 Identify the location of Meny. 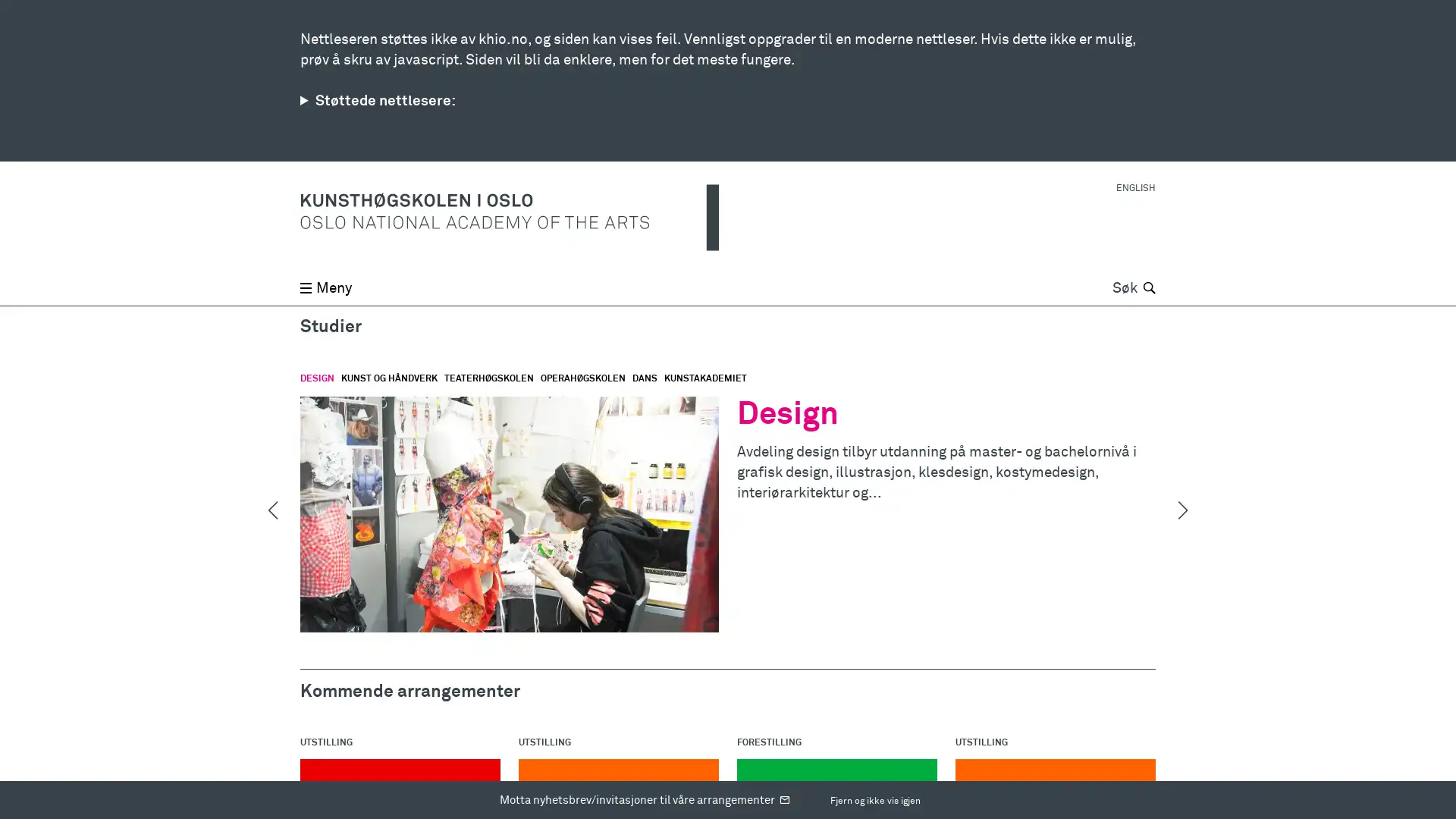
(325, 288).